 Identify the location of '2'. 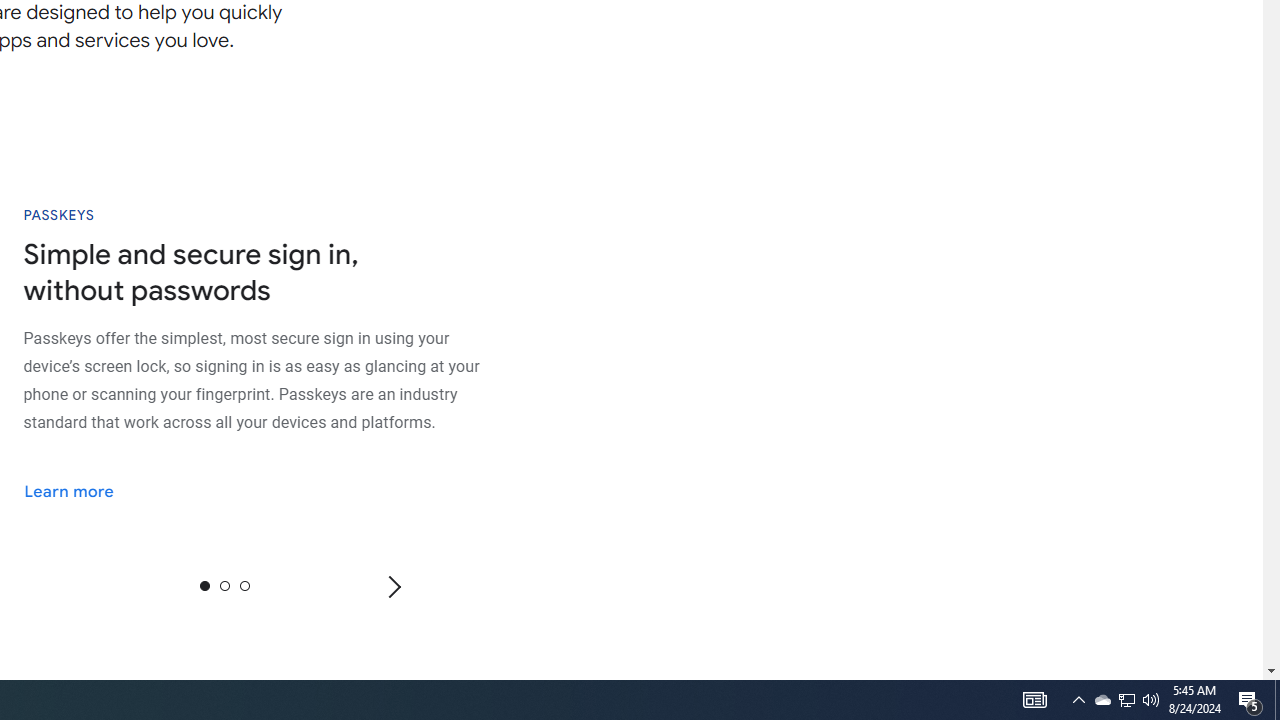
(242, 585).